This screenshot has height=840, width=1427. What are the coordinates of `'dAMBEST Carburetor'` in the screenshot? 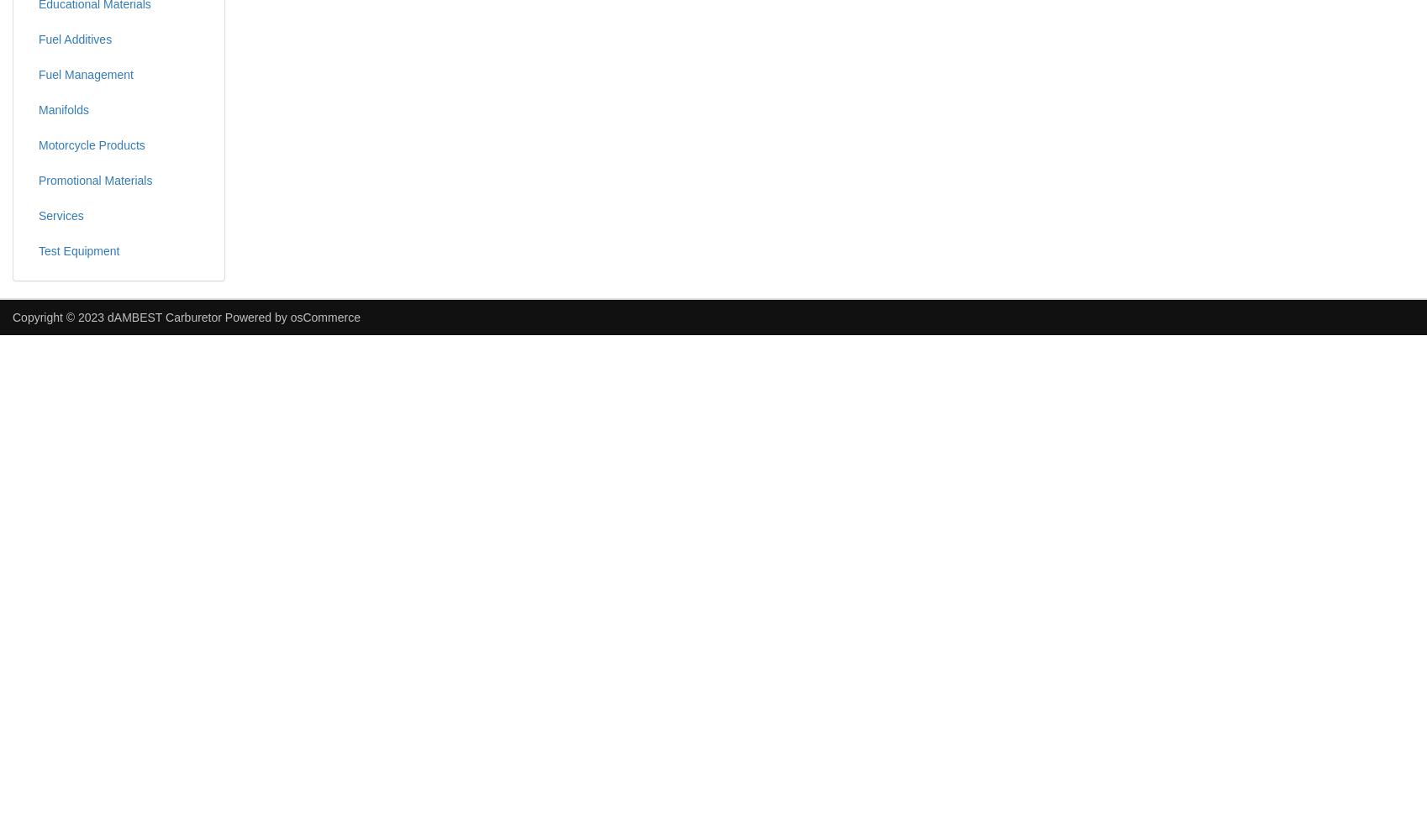 It's located at (107, 317).